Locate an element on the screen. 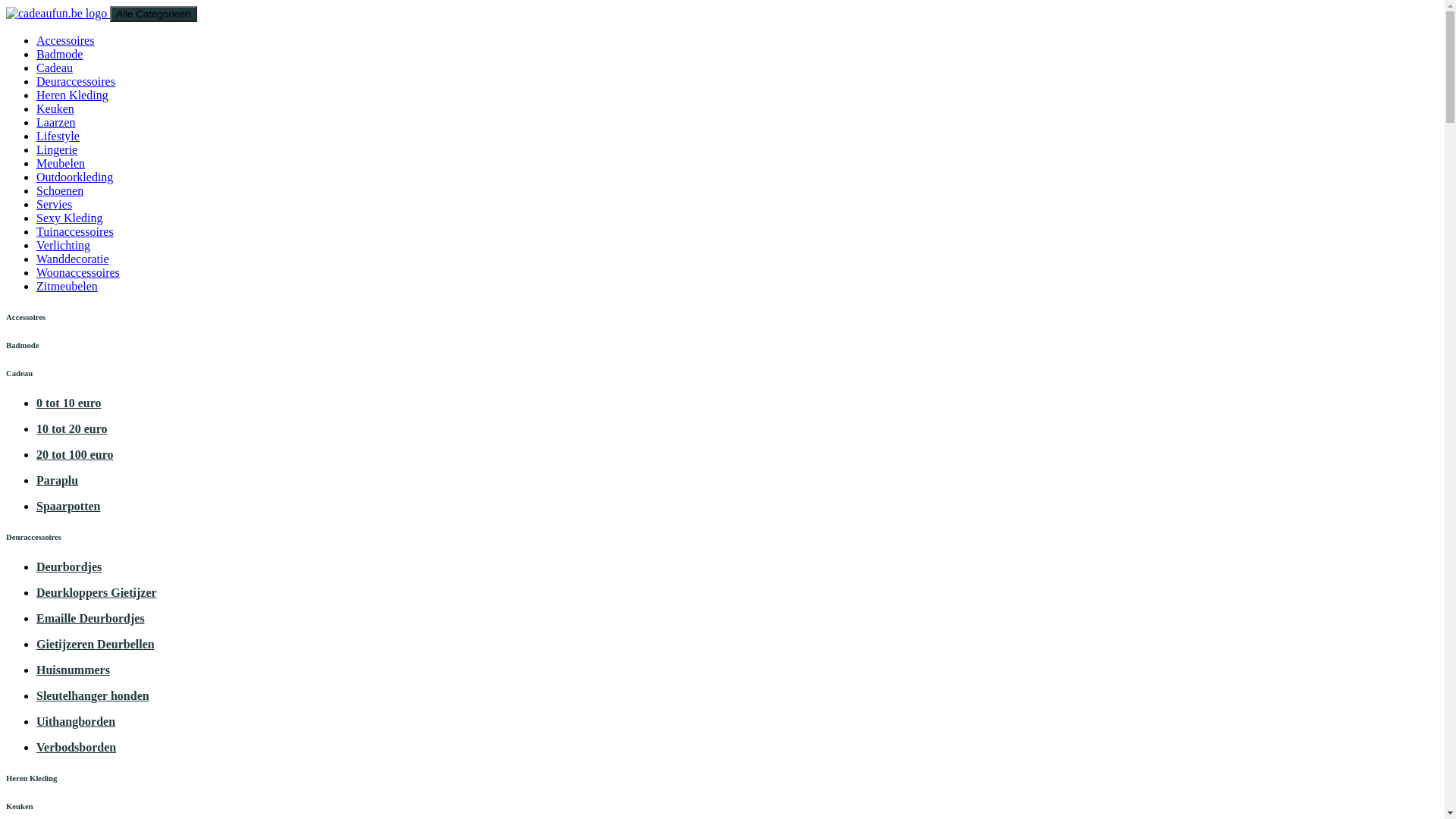 This screenshot has width=1456, height=819. '20 tot 100 euro' is located at coordinates (74, 453).